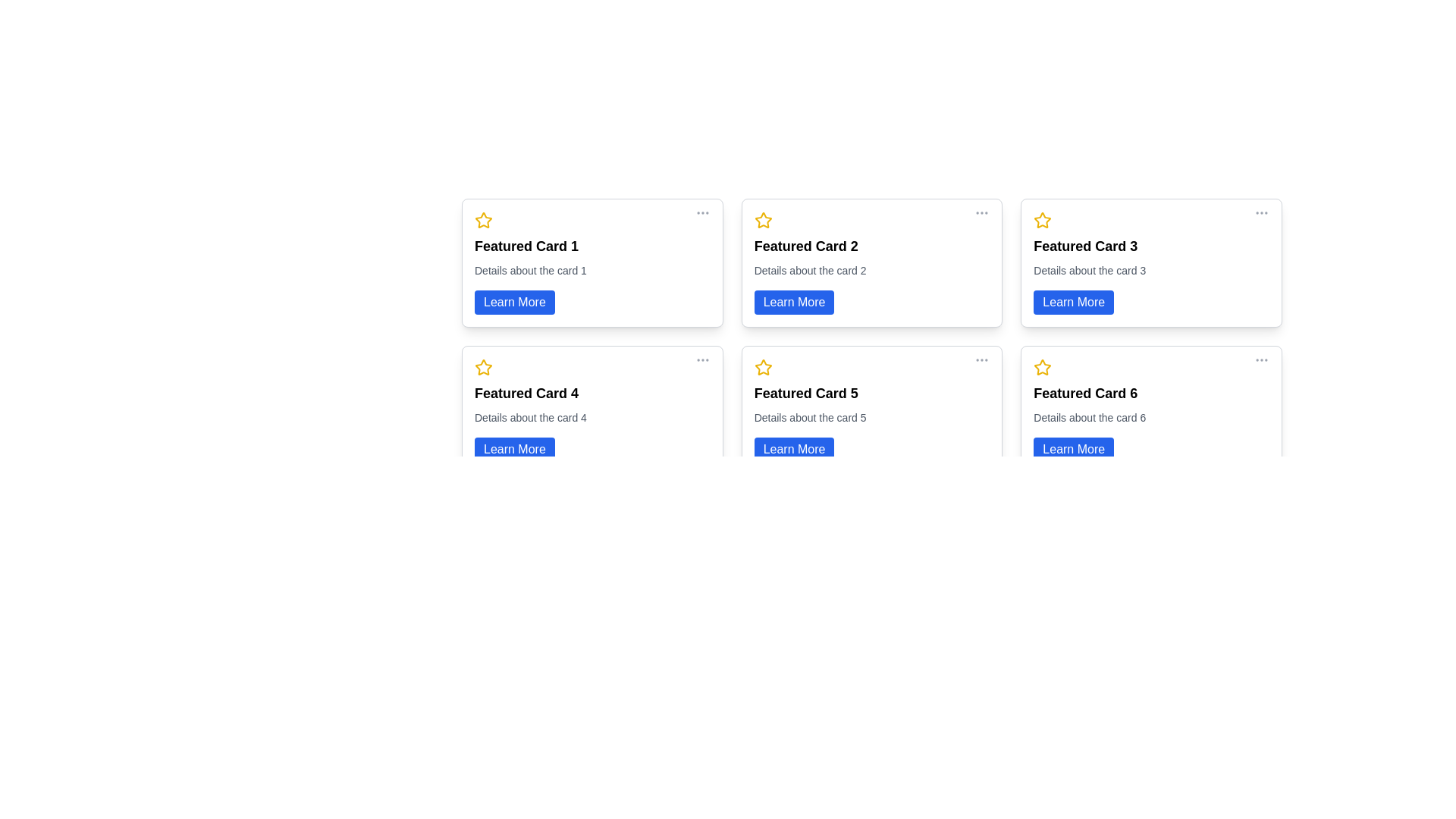 This screenshot has width=1456, height=819. What do you see at coordinates (1089, 418) in the screenshot?
I see `text block containing the phrase 'Details about the card 6', which is styled in smaller, gray-colored text and positioned beneath the title 'Featured Card 6' within the card` at bounding box center [1089, 418].